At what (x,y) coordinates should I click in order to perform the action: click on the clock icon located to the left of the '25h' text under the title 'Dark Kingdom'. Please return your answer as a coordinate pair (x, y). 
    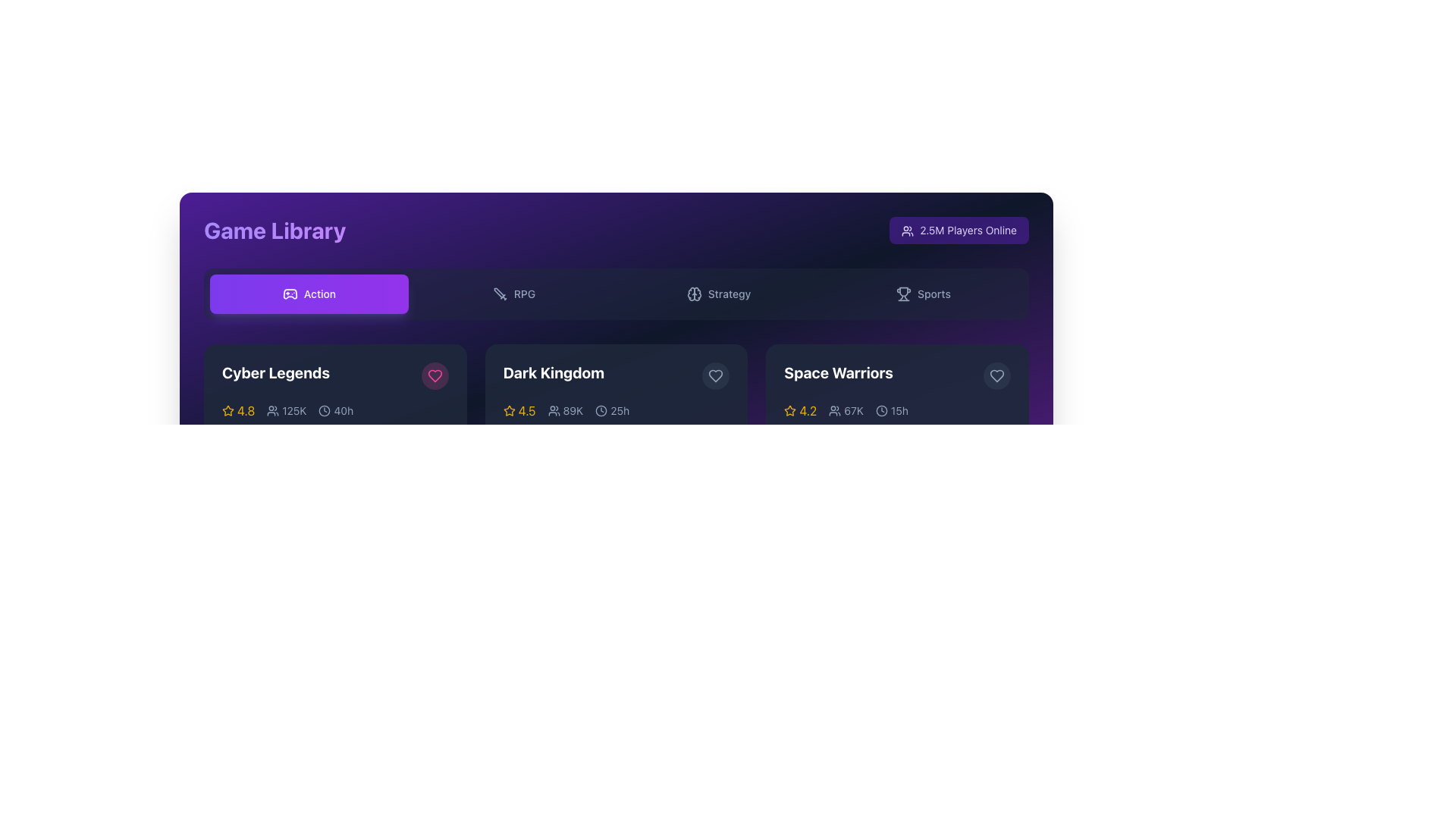
    Looking at the image, I should click on (601, 411).